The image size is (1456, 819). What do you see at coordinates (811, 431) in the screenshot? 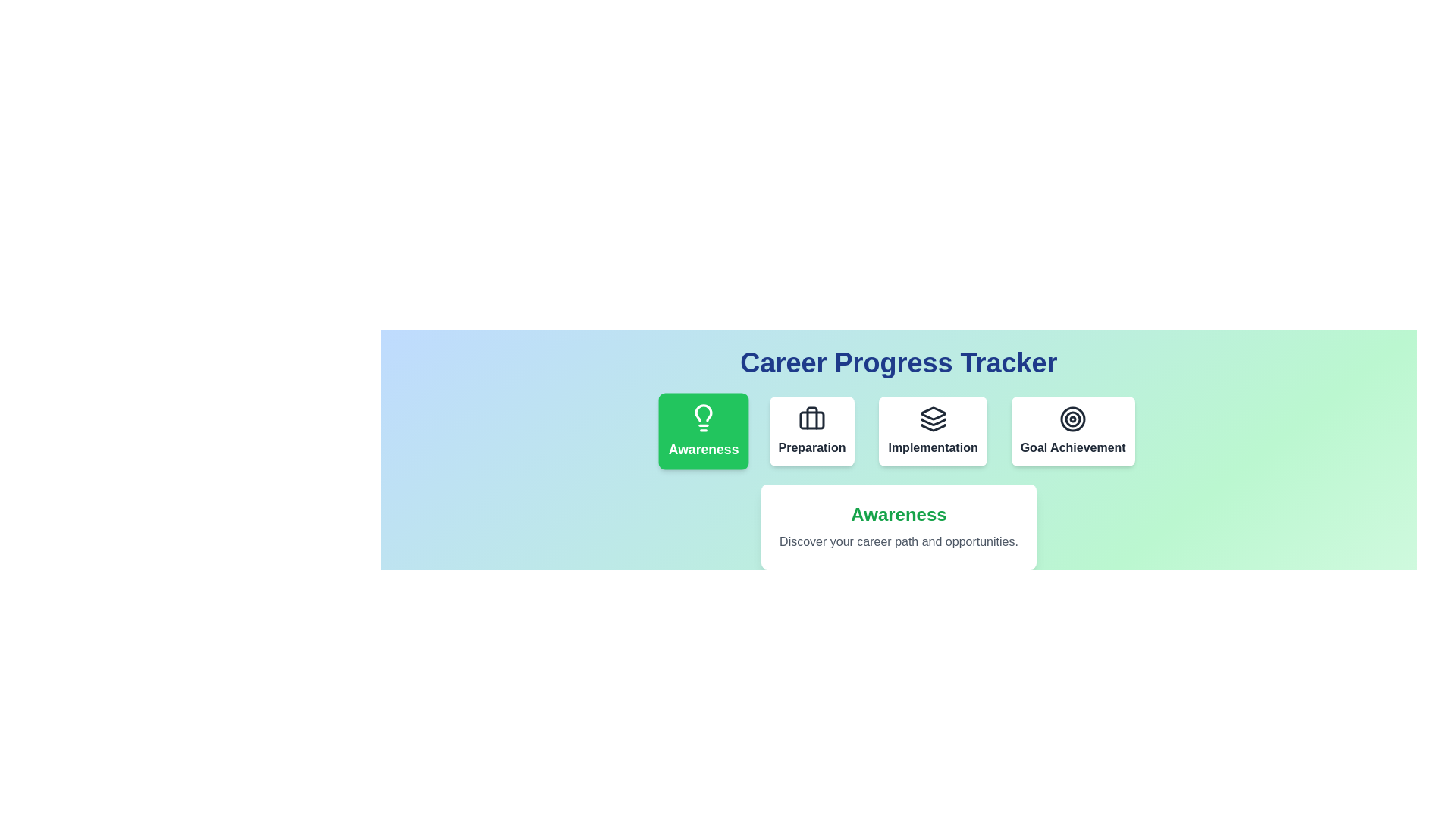
I see `the phase Preparation to highlight it` at bounding box center [811, 431].